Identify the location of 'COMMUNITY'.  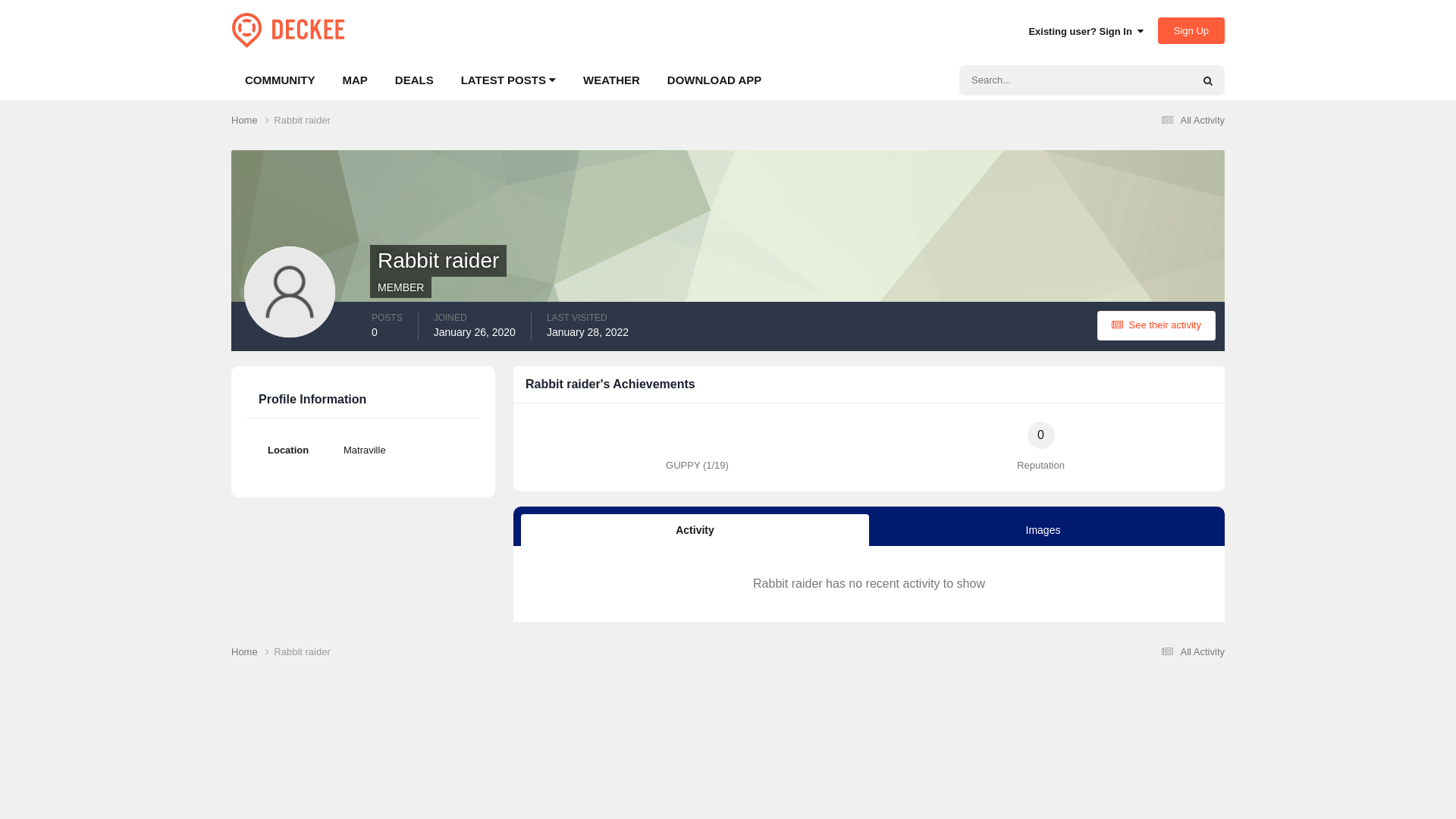
(280, 80).